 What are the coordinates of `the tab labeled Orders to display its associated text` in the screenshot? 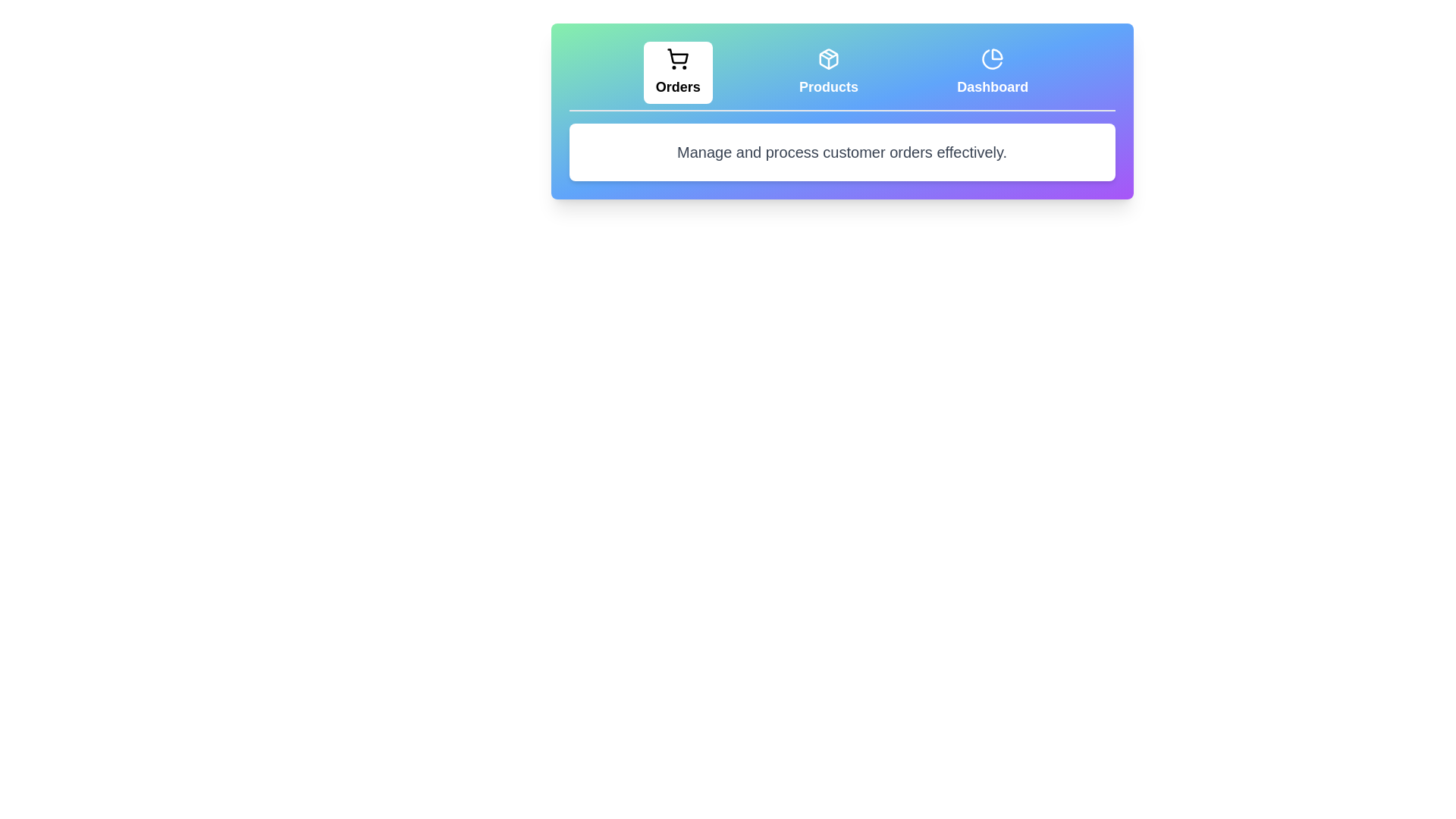 It's located at (677, 73).